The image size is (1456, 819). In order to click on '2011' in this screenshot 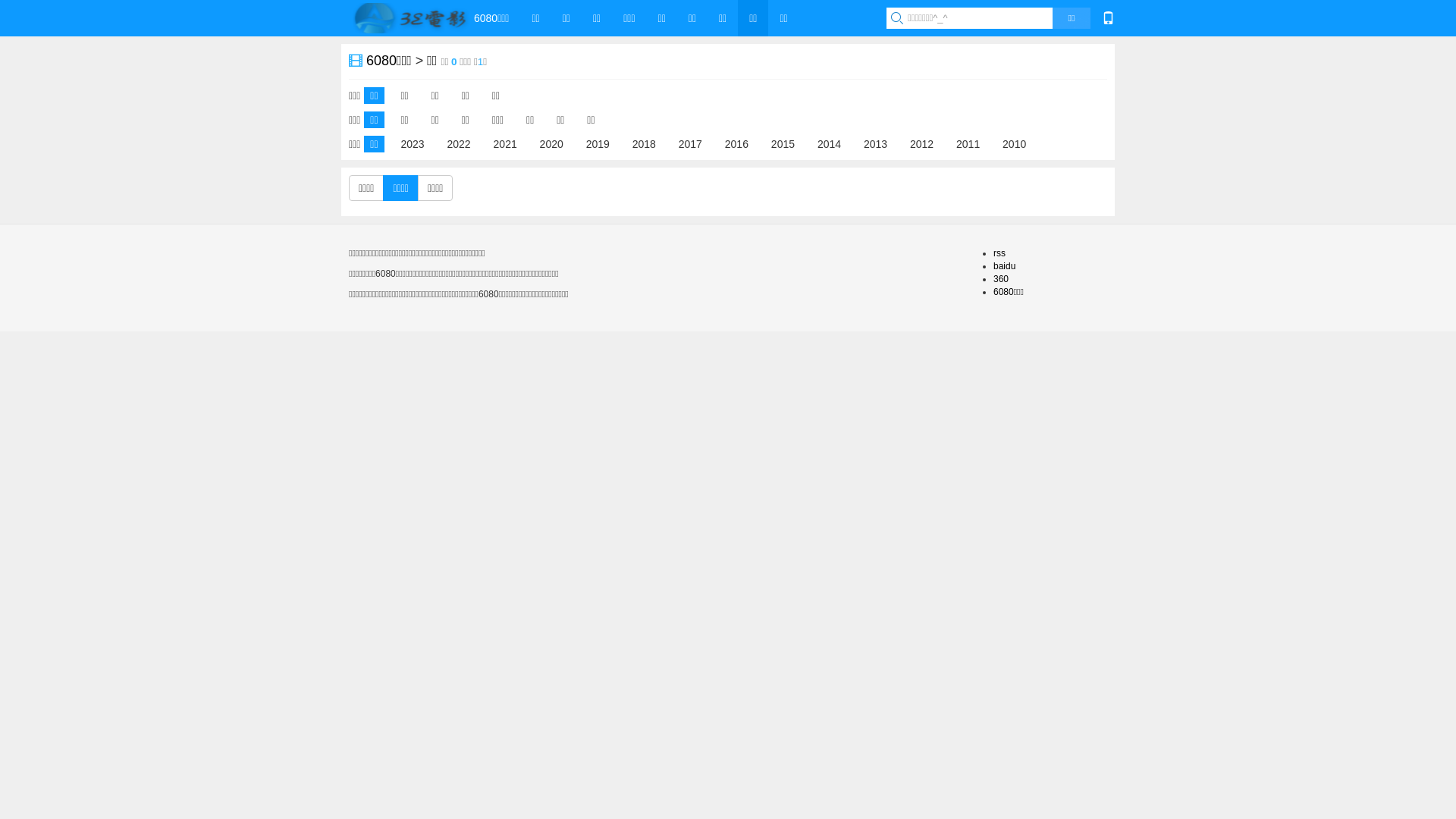, I will do `click(949, 143)`.